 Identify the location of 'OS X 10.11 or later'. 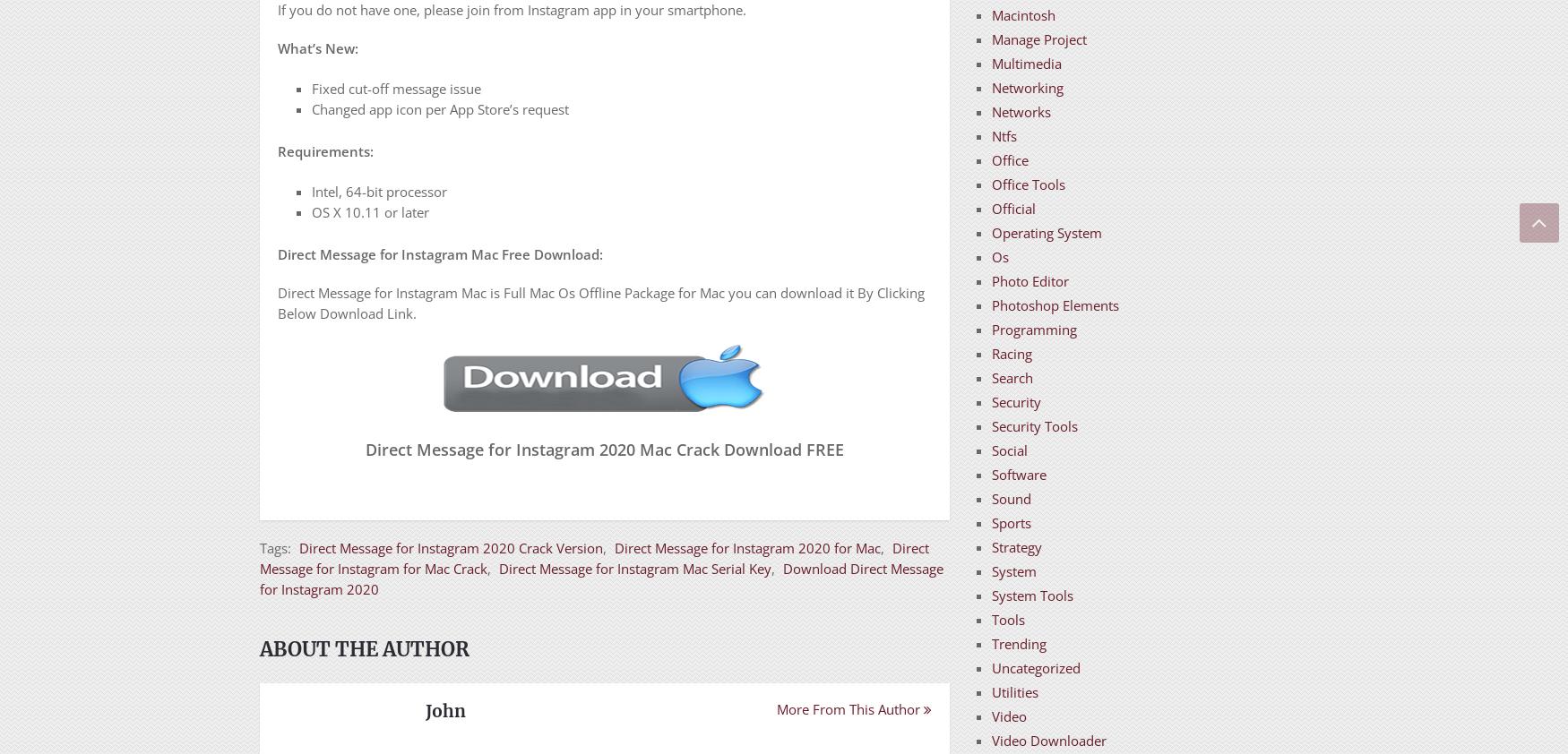
(368, 212).